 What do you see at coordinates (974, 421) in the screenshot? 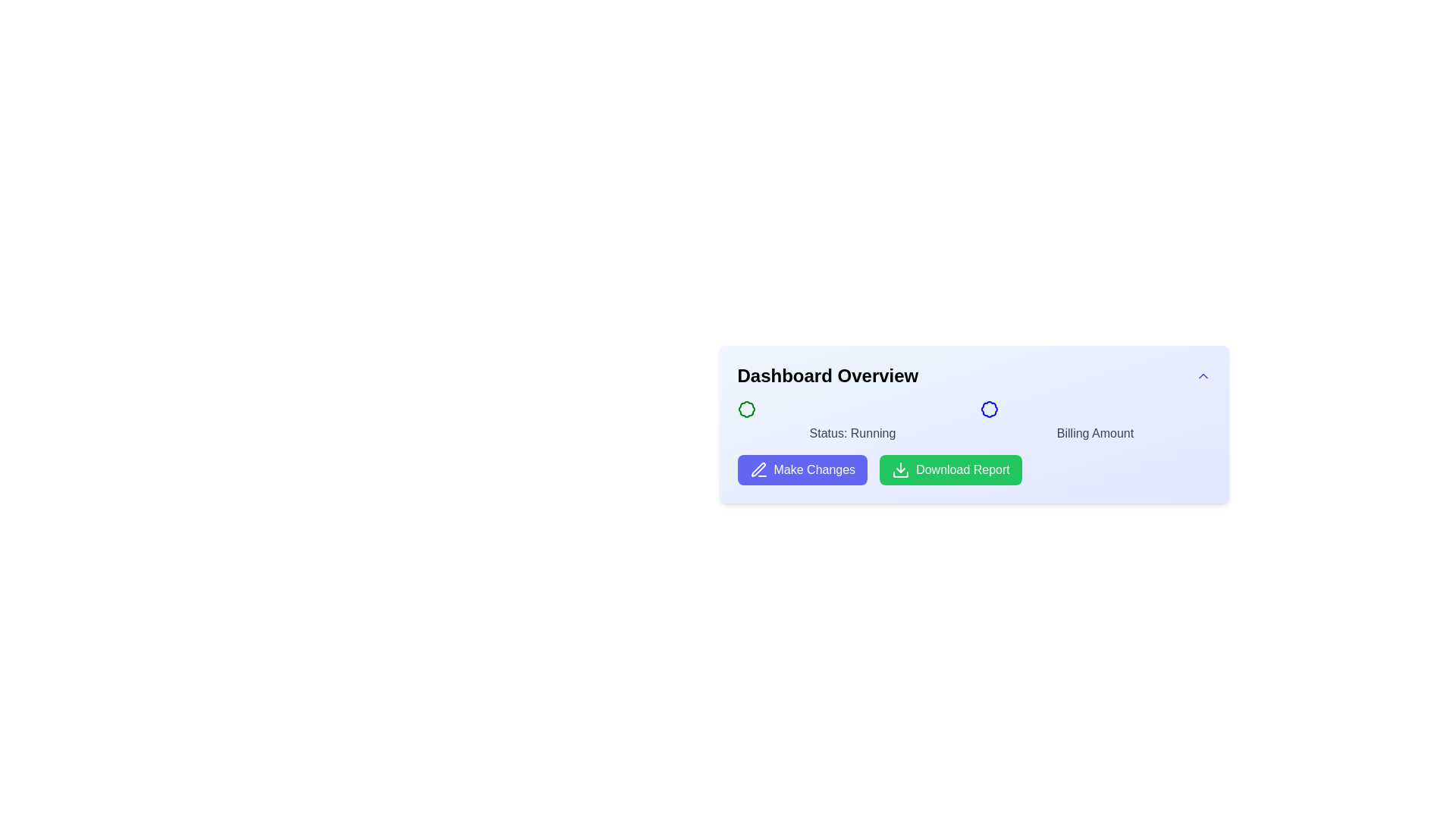
I see `the informational panel that displays the status 'Running' and the associated billing amount, located centrally within the 'Dashboard Overview' card, just below the title` at bounding box center [974, 421].